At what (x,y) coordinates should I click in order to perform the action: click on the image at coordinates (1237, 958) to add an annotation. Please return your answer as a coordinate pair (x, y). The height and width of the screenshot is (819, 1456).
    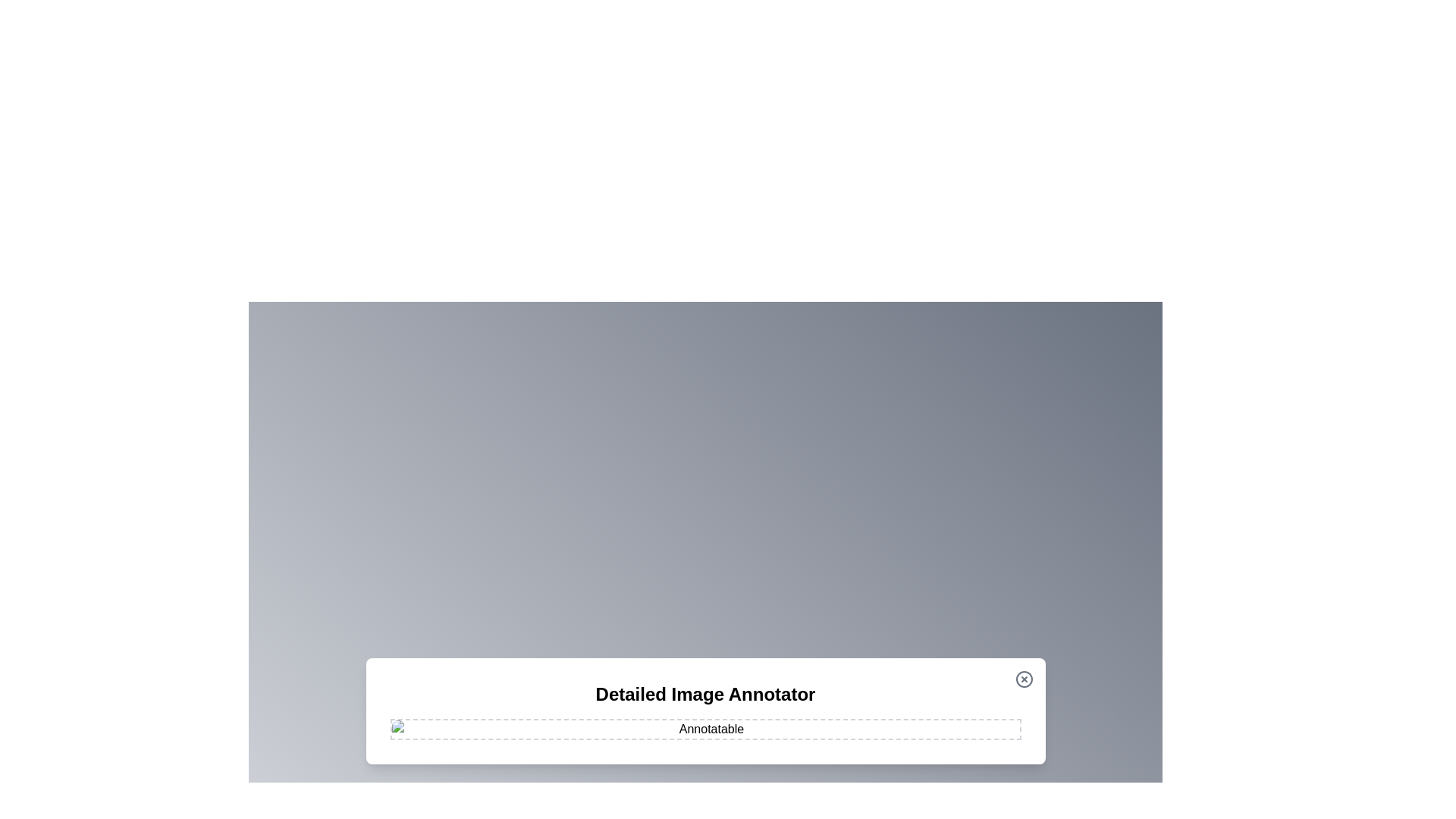
    Looking at the image, I should click on (937, 725).